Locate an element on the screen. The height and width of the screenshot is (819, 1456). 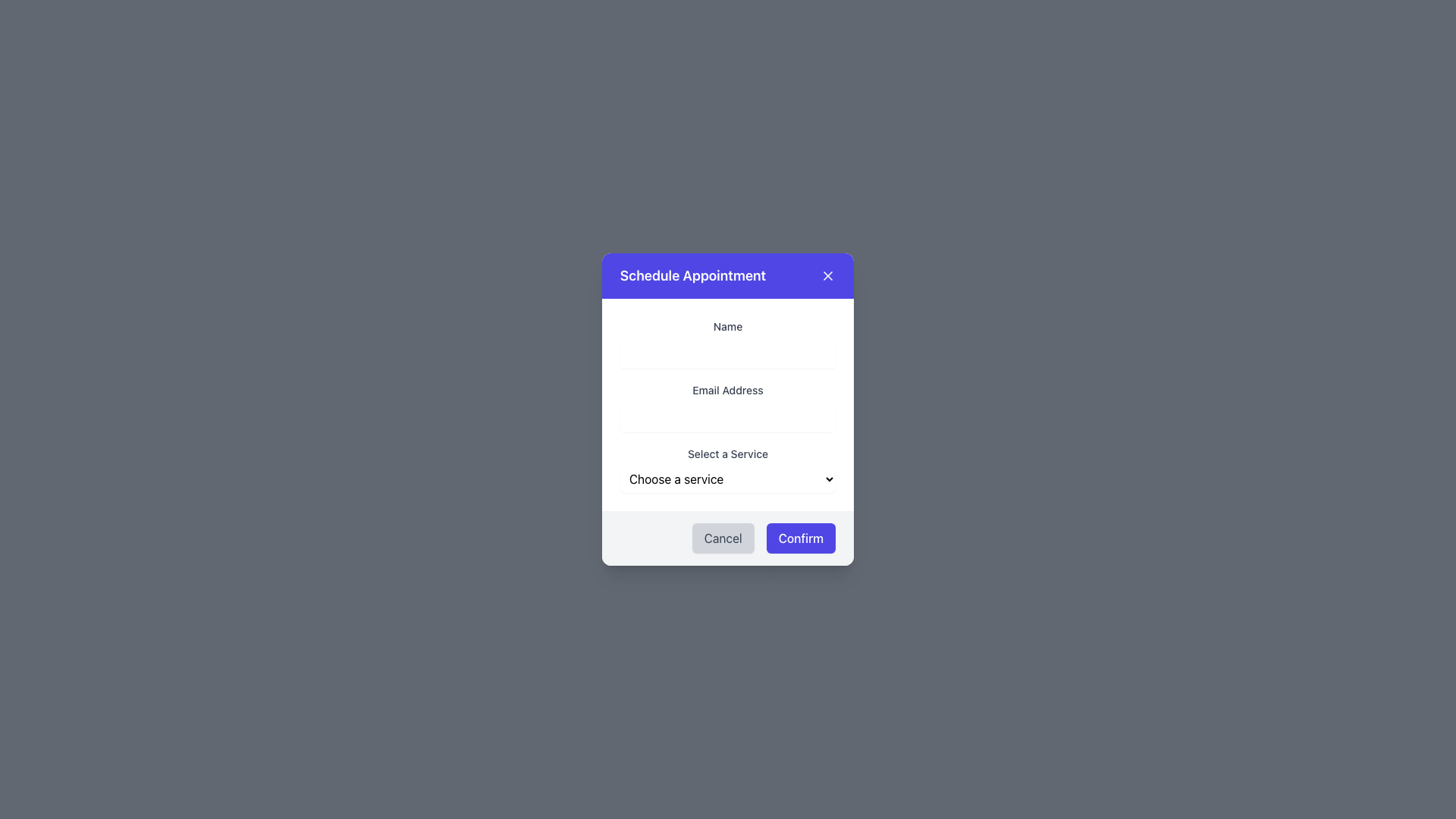
the text label that informs the user about the email input field in the 'Schedule Appointment' modal dialog, which is located above the email input field is located at coordinates (728, 388).